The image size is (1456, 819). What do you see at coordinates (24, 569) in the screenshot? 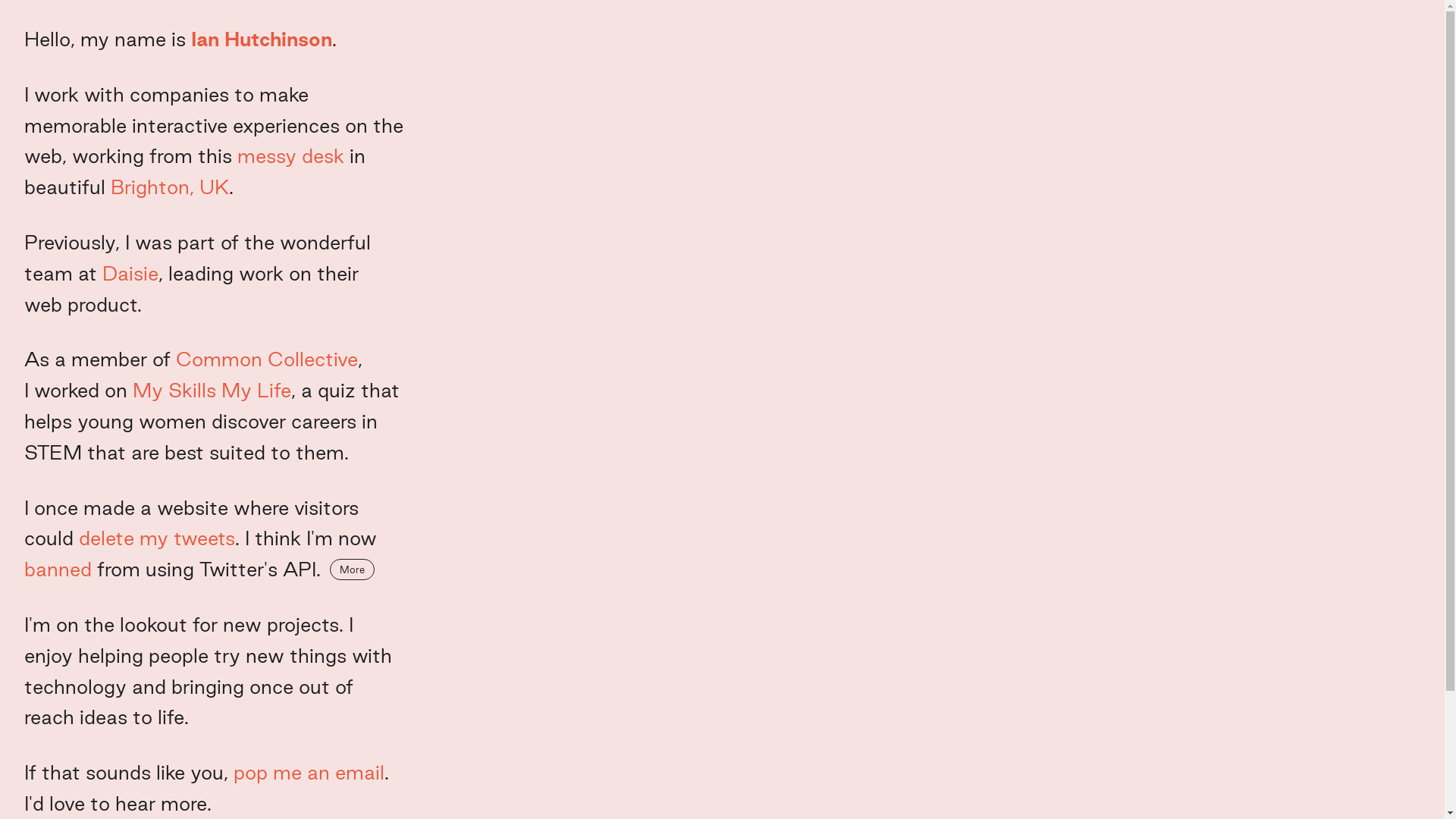
I see `'banned'` at bounding box center [24, 569].